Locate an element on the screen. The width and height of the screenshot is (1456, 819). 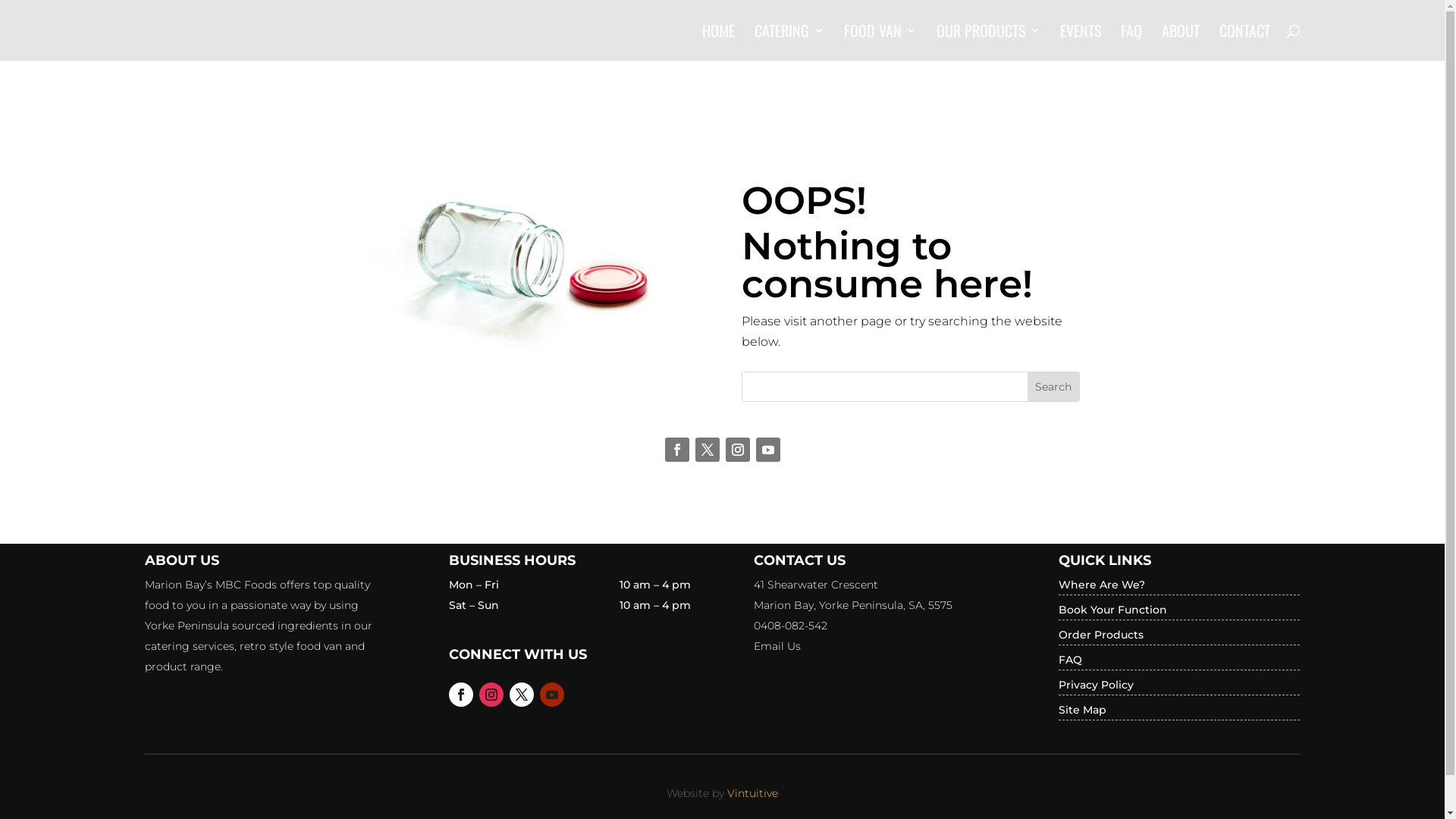
'Where Are We?' is located at coordinates (1102, 584).